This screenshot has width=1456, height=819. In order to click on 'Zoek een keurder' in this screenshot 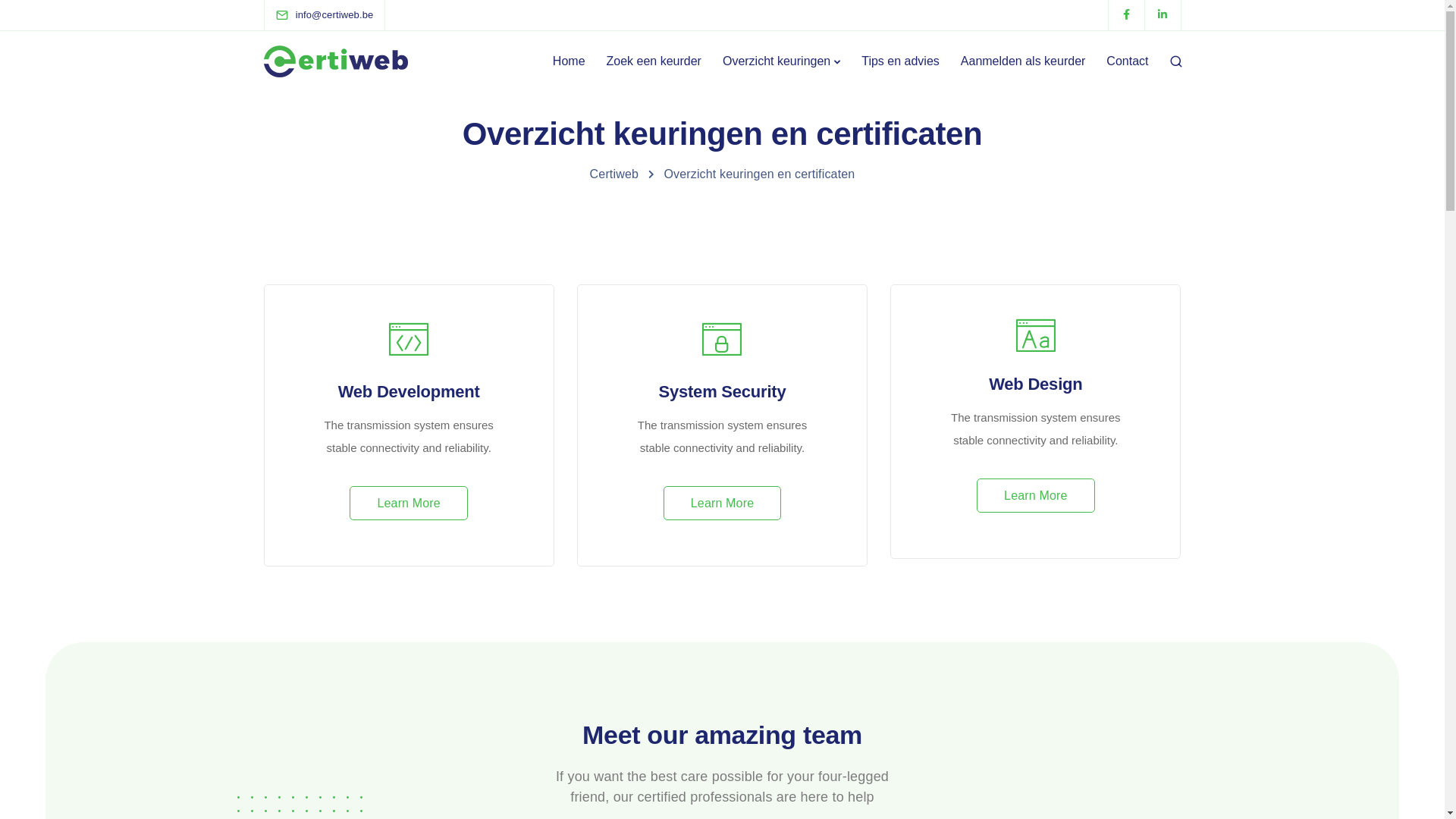, I will do `click(654, 61)`.